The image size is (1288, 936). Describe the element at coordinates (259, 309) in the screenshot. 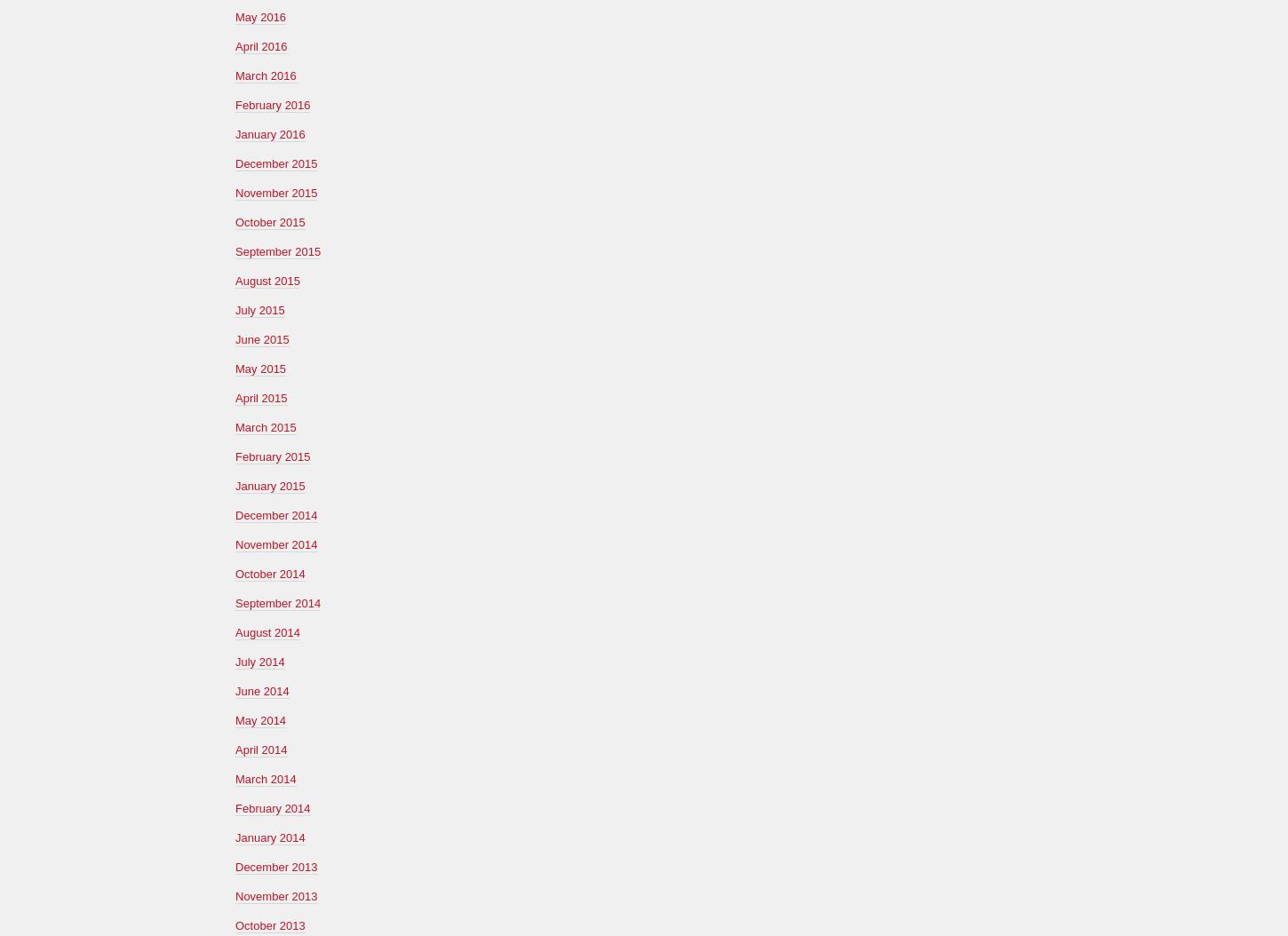

I see `'July 2015'` at that location.